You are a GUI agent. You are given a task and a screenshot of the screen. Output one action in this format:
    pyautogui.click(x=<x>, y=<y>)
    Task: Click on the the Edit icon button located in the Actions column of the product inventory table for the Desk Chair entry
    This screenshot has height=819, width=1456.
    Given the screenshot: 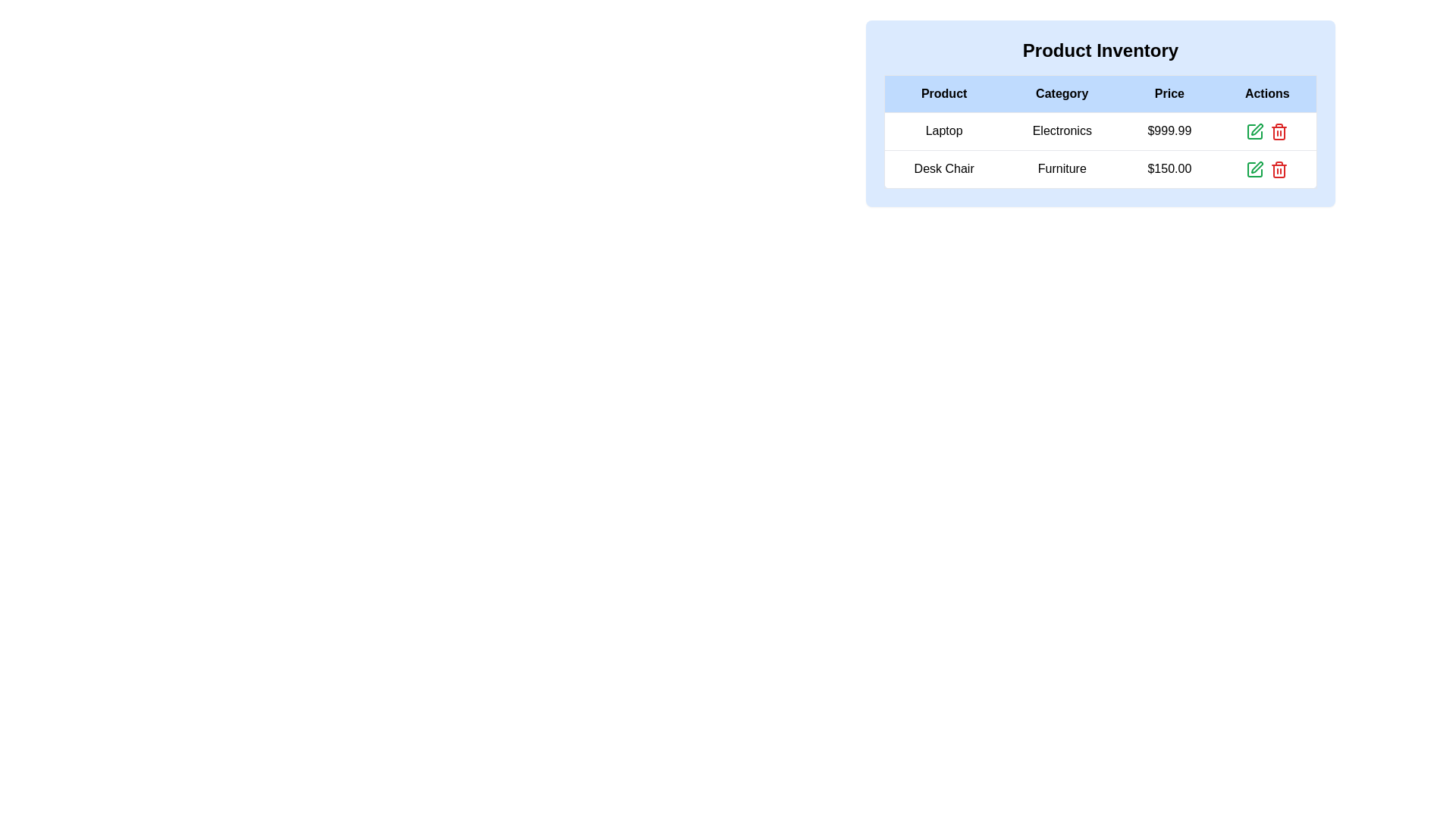 What is the action you would take?
    pyautogui.click(x=1257, y=167)
    